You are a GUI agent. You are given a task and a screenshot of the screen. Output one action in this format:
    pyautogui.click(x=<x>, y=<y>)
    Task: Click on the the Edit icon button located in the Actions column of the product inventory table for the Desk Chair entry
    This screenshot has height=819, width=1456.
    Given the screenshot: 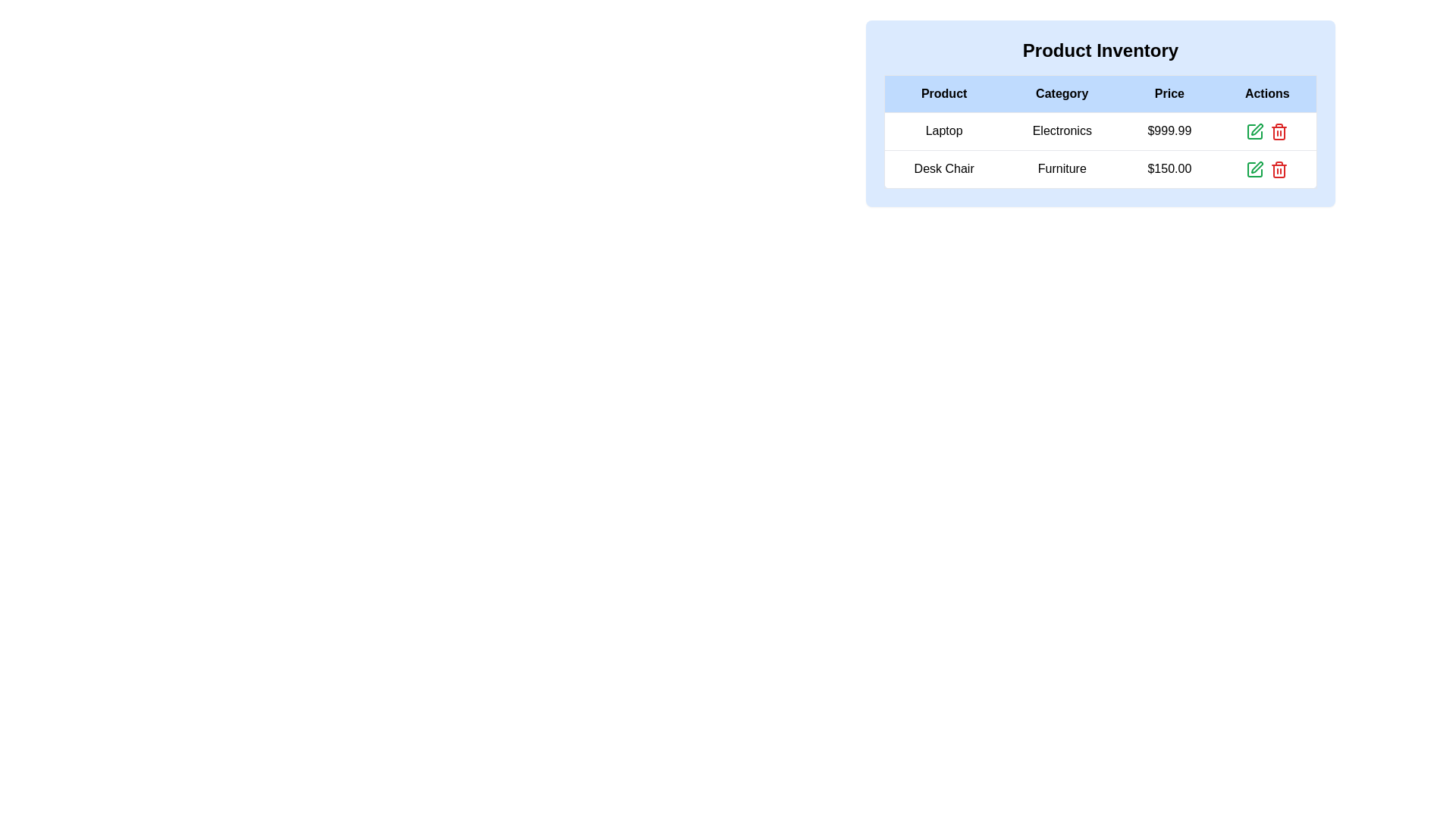 What is the action you would take?
    pyautogui.click(x=1257, y=167)
    